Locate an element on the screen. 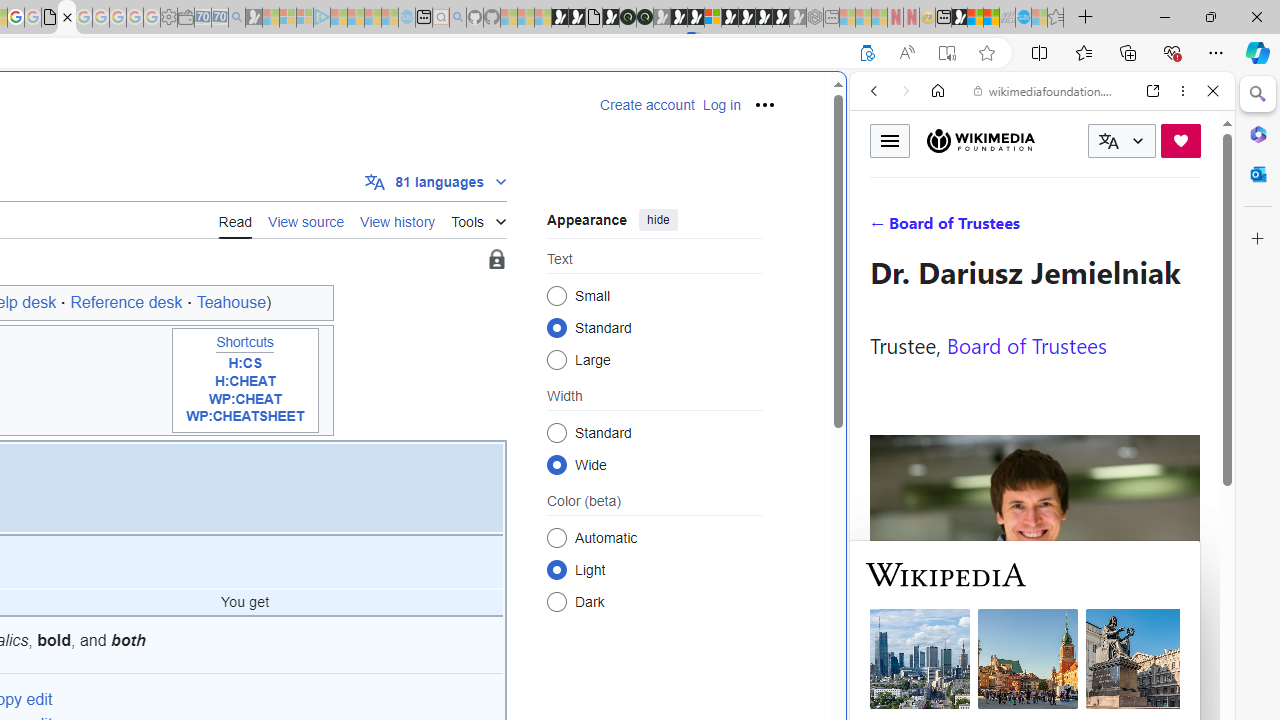 Image resolution: width=1280 pixels, height=720 pixels. 'Play Cave FRVR in your browser | Games from Microsoft Start' is located at coordinates (679, 17).